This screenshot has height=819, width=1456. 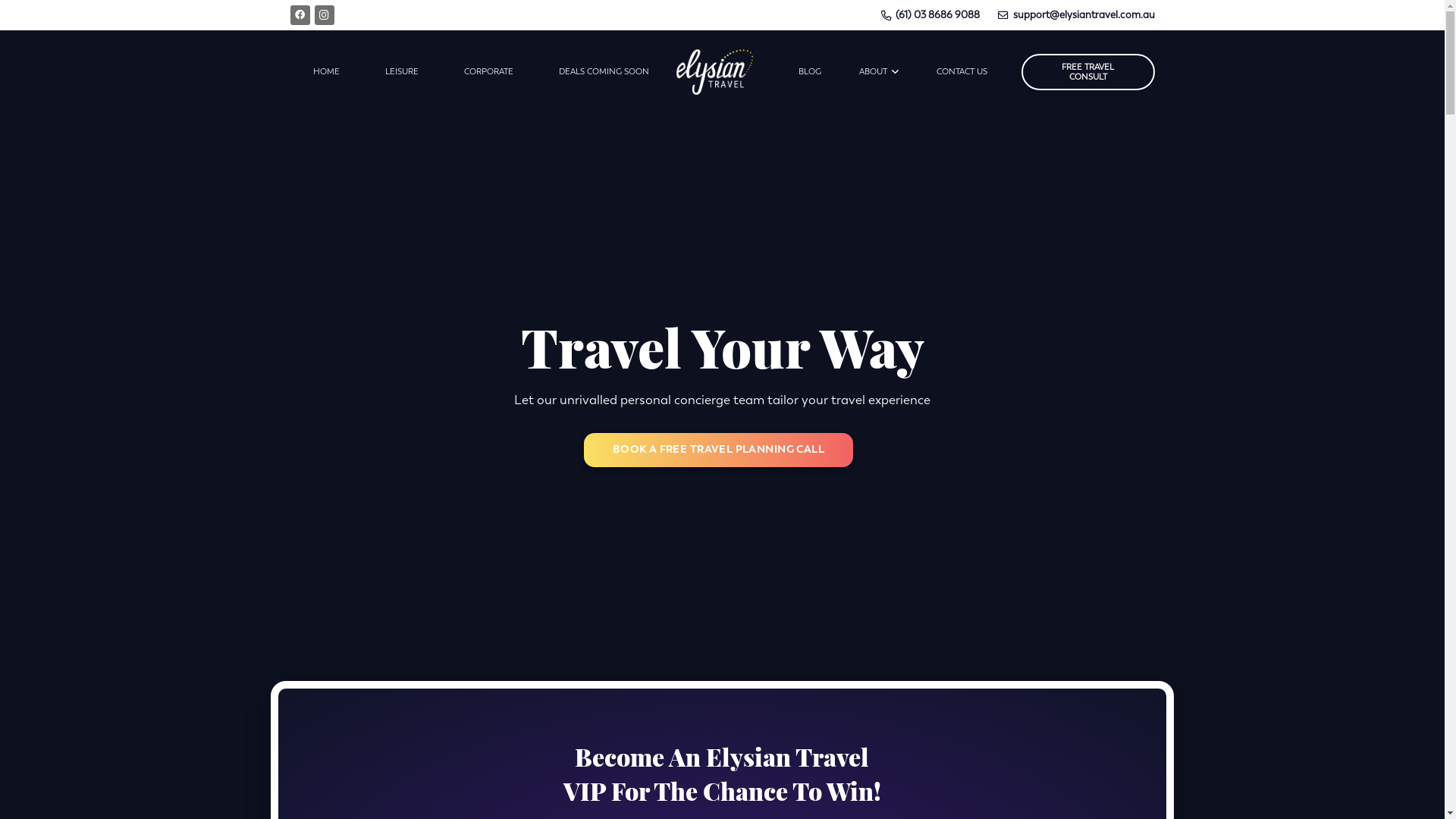 What do you see at coordinates (602, 72) in the screenshot?
I see `'DEALS COMING SOON'` at bounding box center [602, 72].